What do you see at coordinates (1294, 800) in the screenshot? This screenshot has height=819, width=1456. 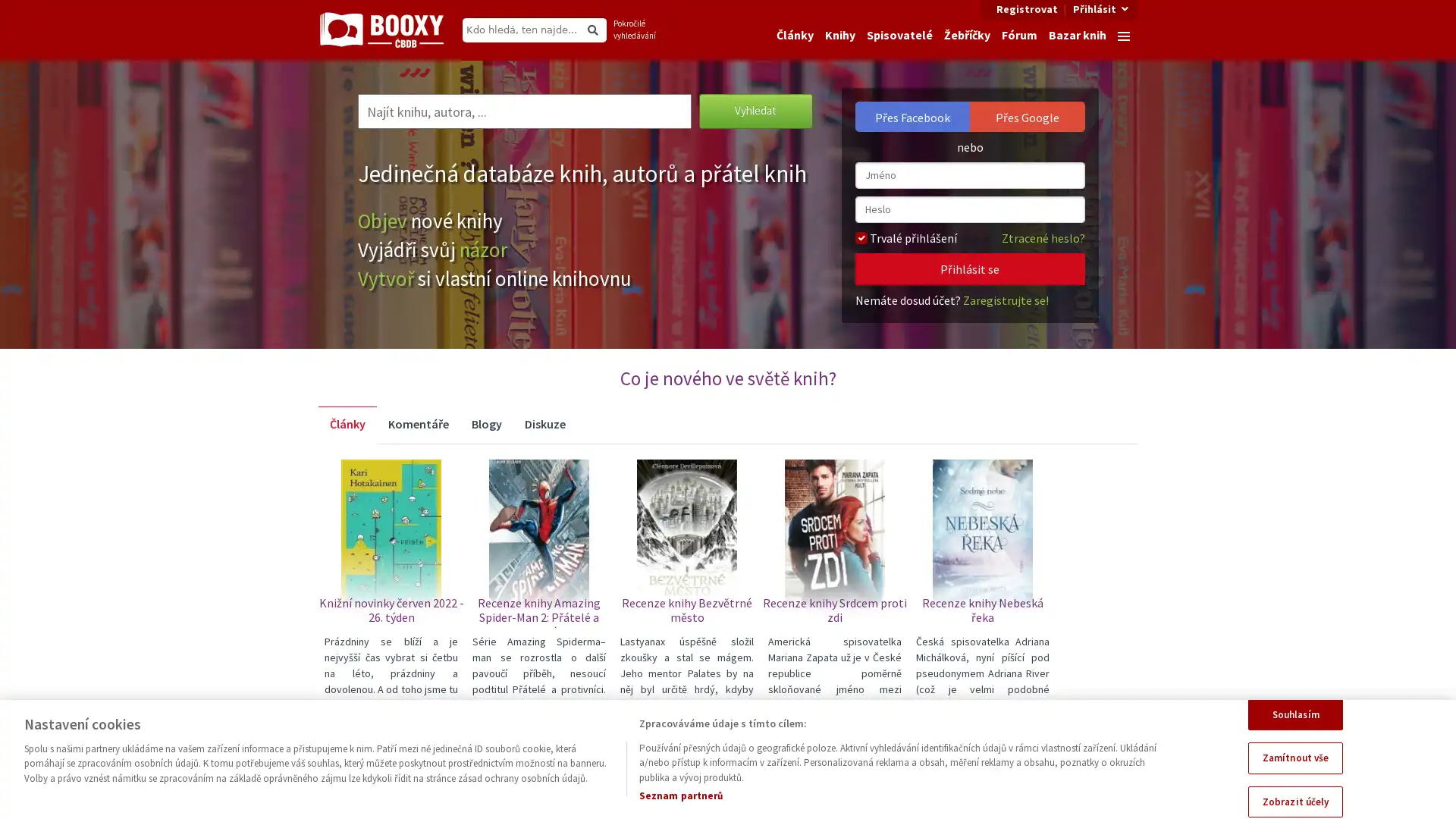 I see `Zobrazit ucely` at bounding box center [1294, 800].